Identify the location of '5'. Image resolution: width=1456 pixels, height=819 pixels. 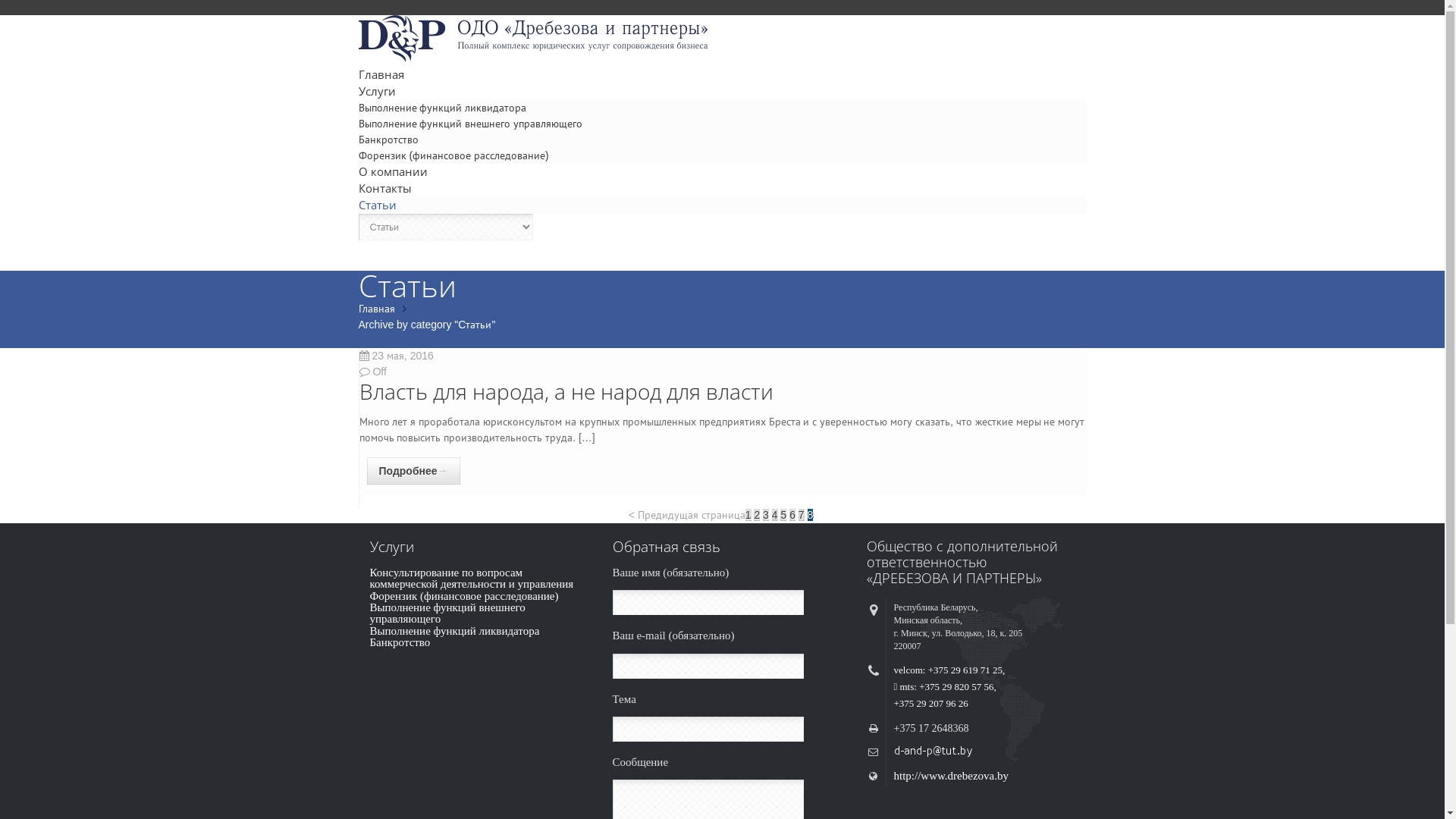
(783, 513).